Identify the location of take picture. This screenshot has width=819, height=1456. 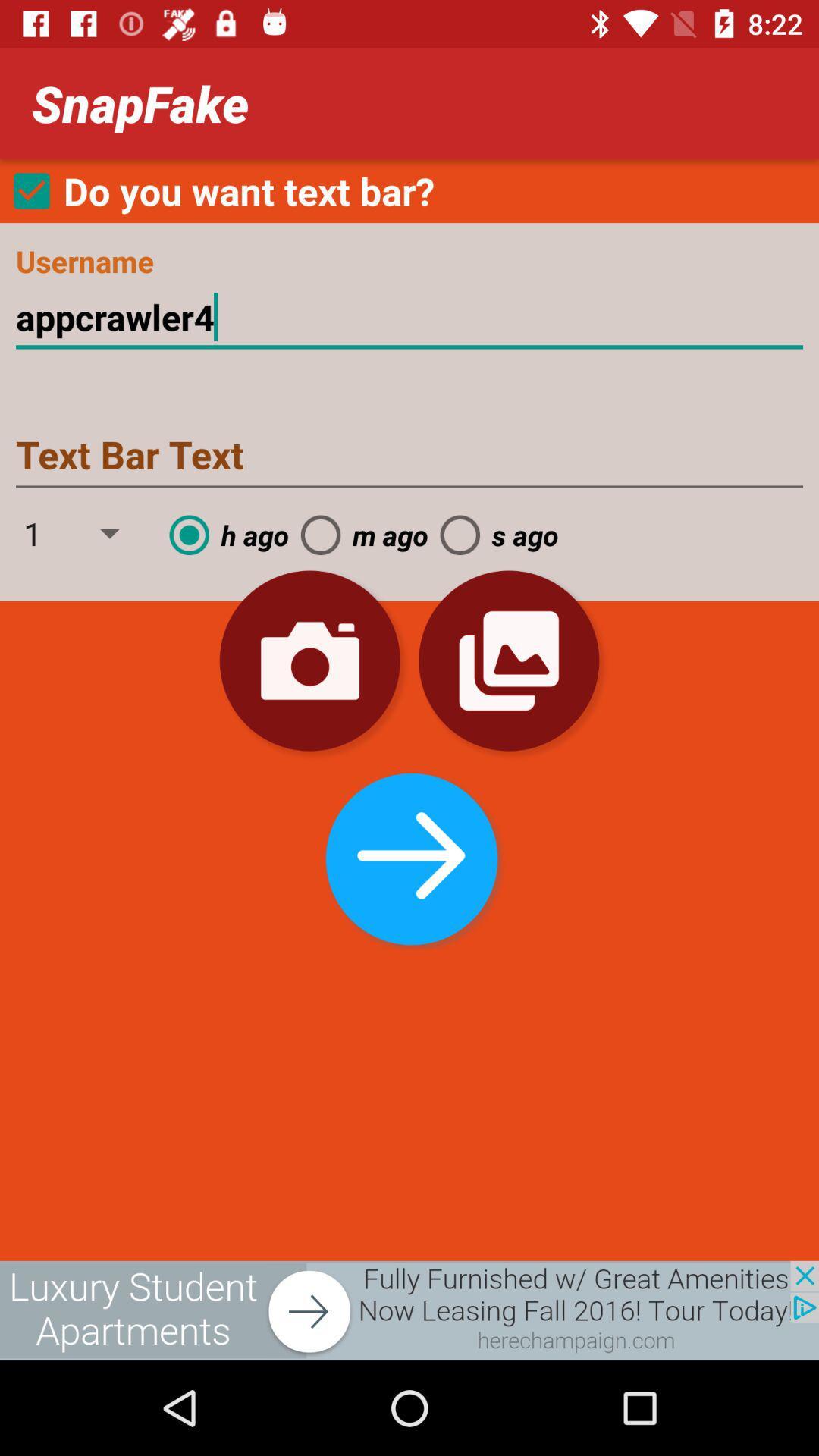
(309, 661).